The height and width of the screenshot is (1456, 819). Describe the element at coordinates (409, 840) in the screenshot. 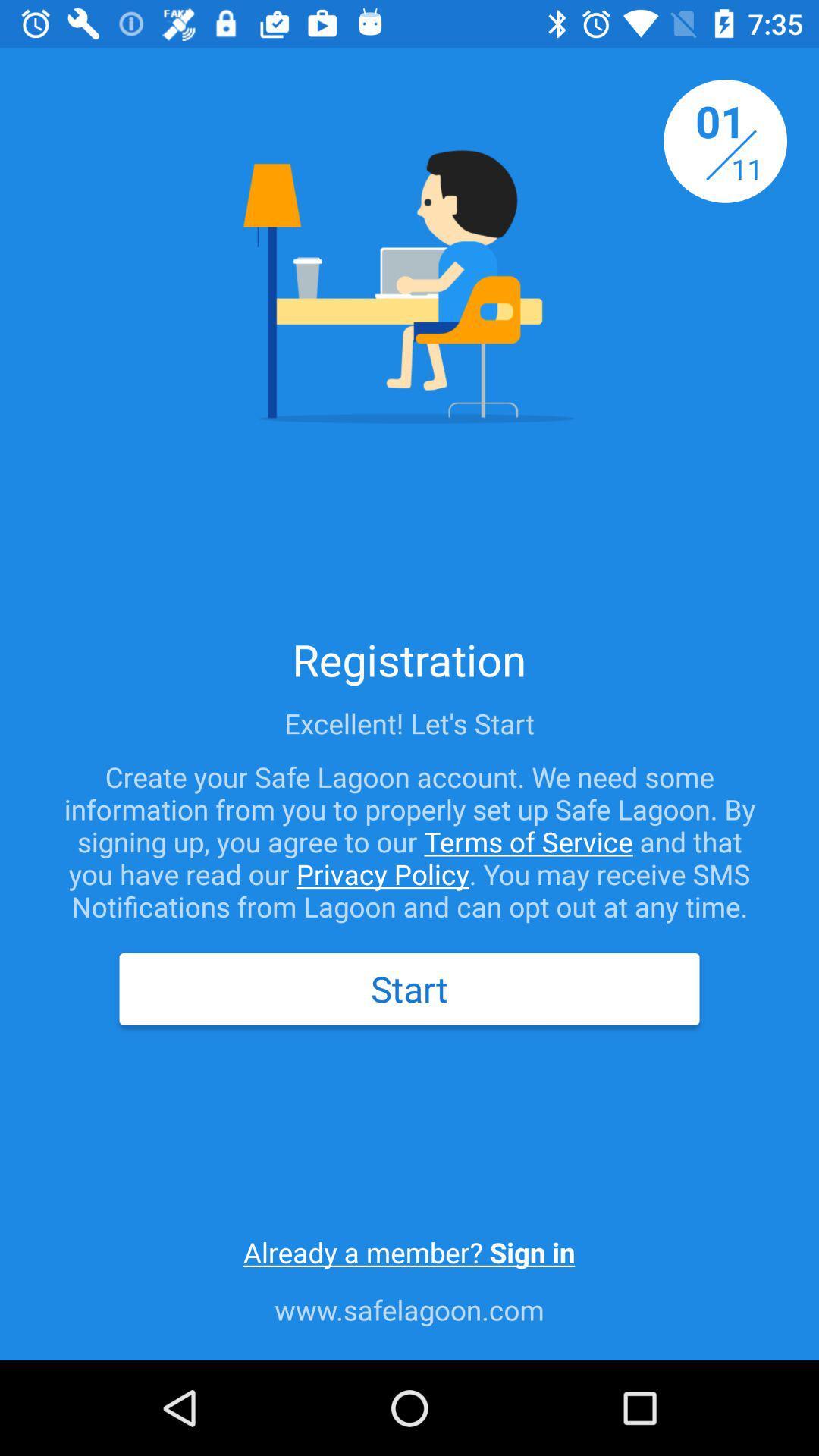

I see `icon below the excellent let s icon` at that location.